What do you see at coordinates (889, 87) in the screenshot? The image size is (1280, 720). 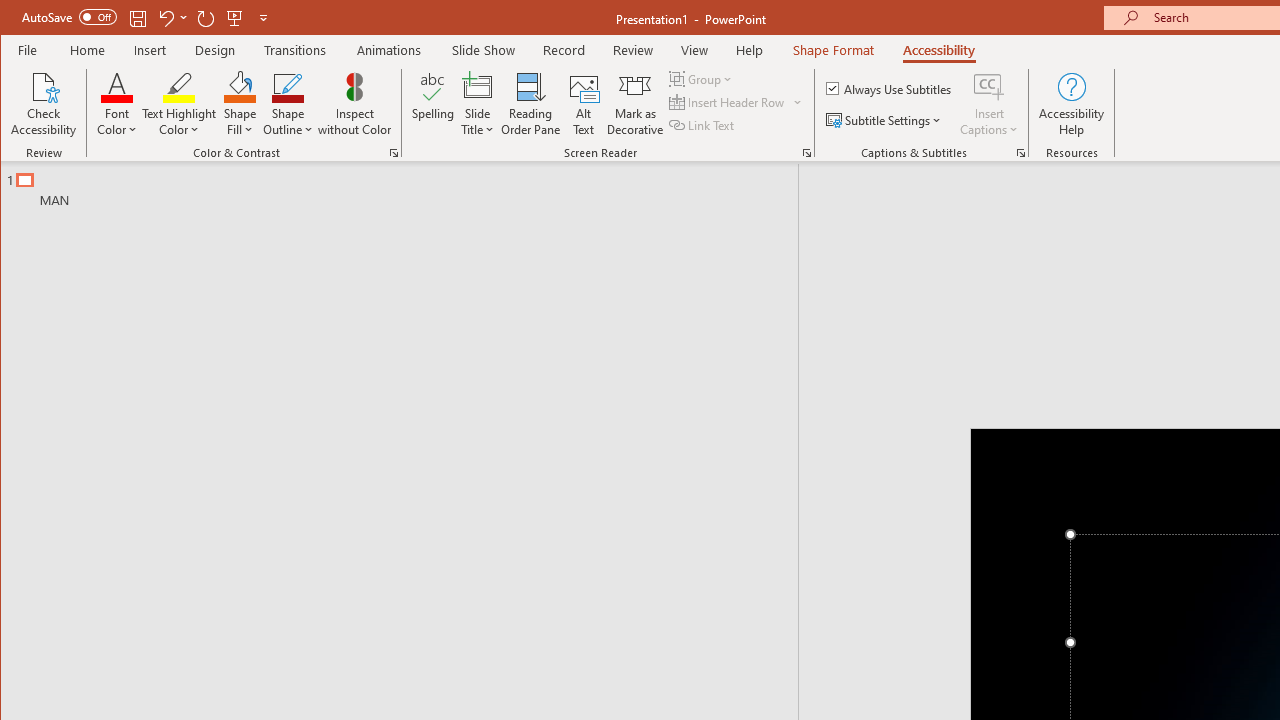 I see `'Always Use Subtitles'` at bounding box center [889, 87].